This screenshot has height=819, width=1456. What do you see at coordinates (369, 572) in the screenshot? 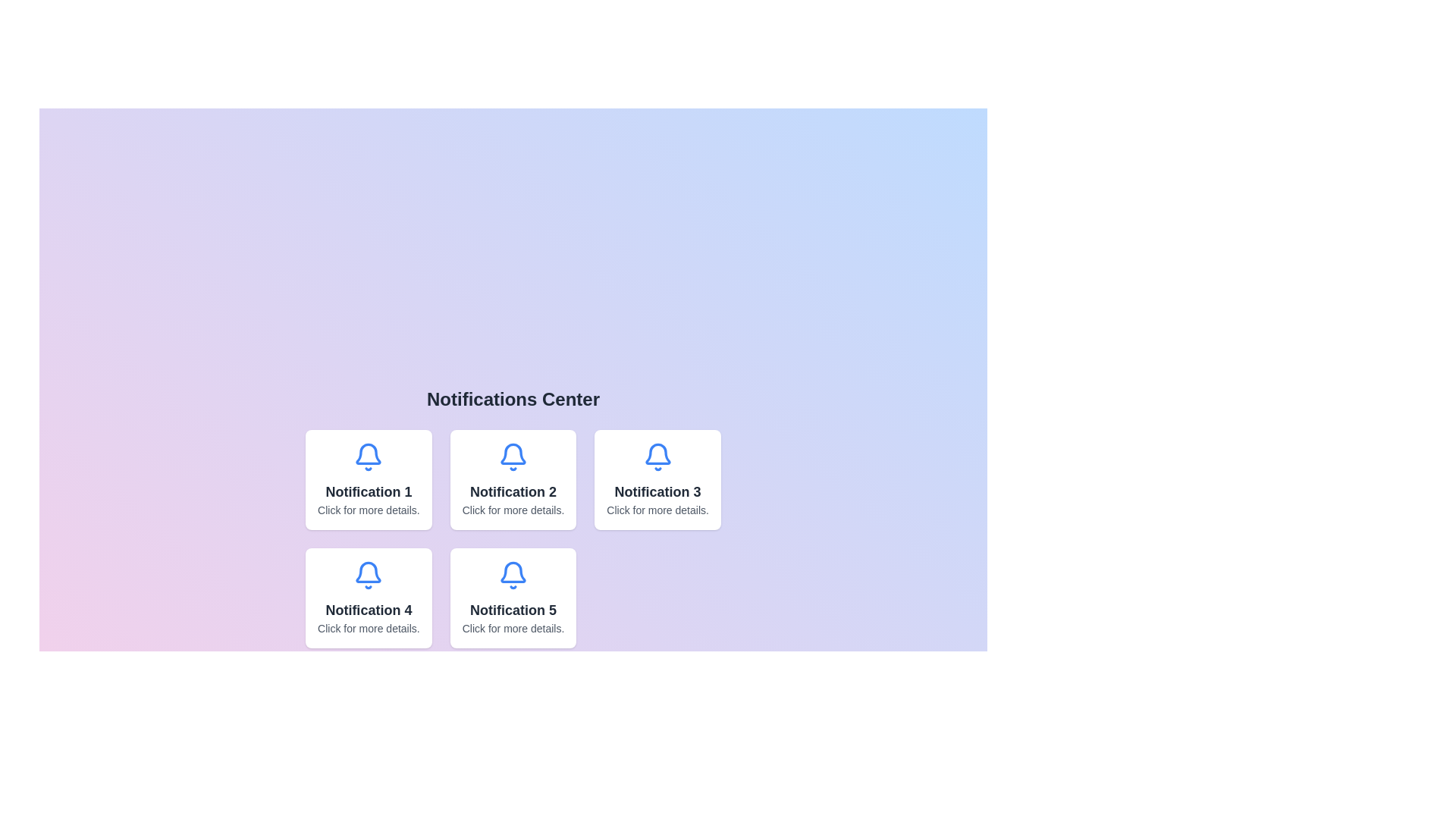
I see `the main blue bell icon located in the bottom-left section of the grid, which symbolizes notifications and is associated with the card displaying 'Notification 4.'` at bounding box center [369, 572].